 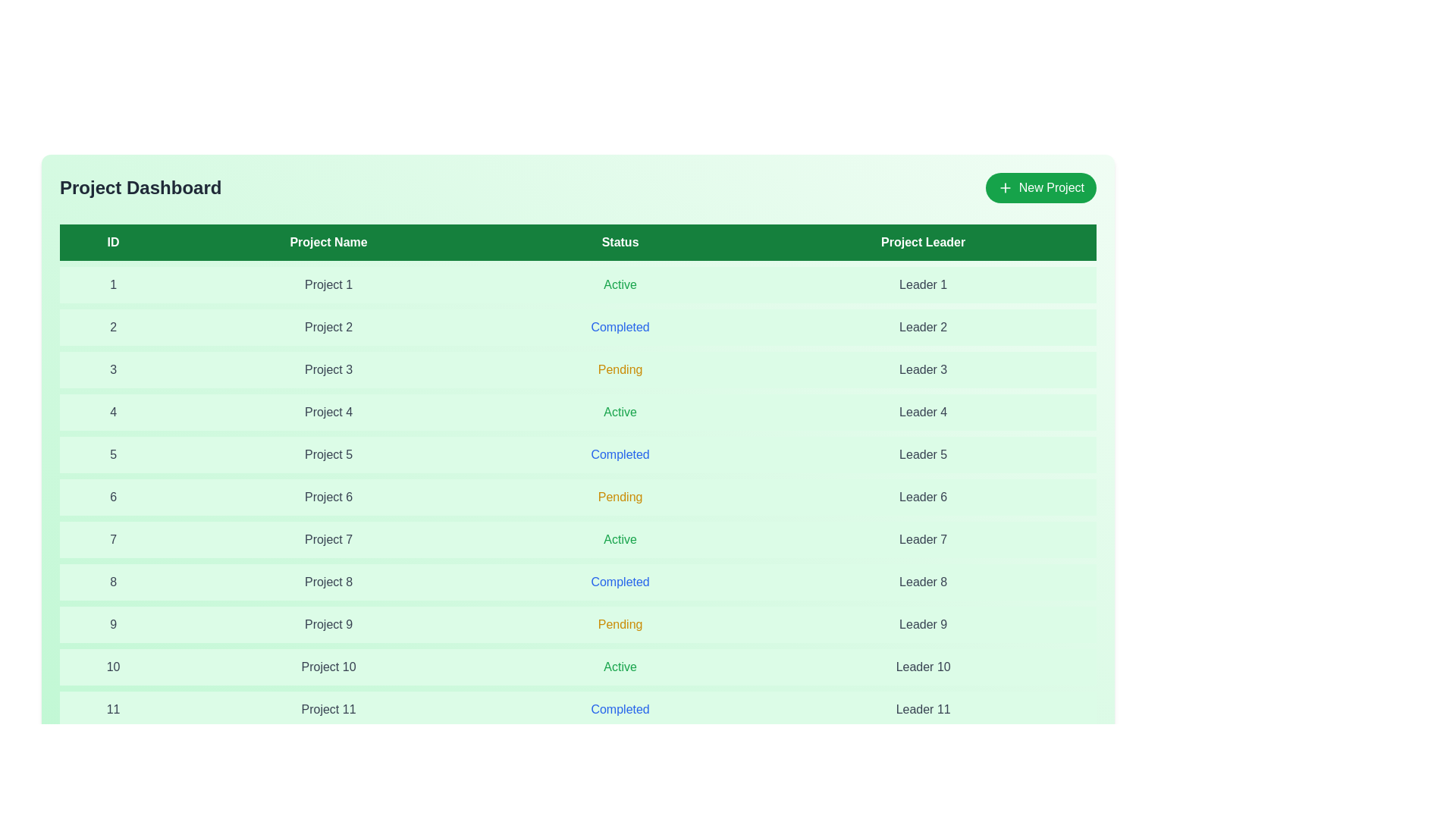 I want to click on 'New Project' button, so click(x=1040, y=187).